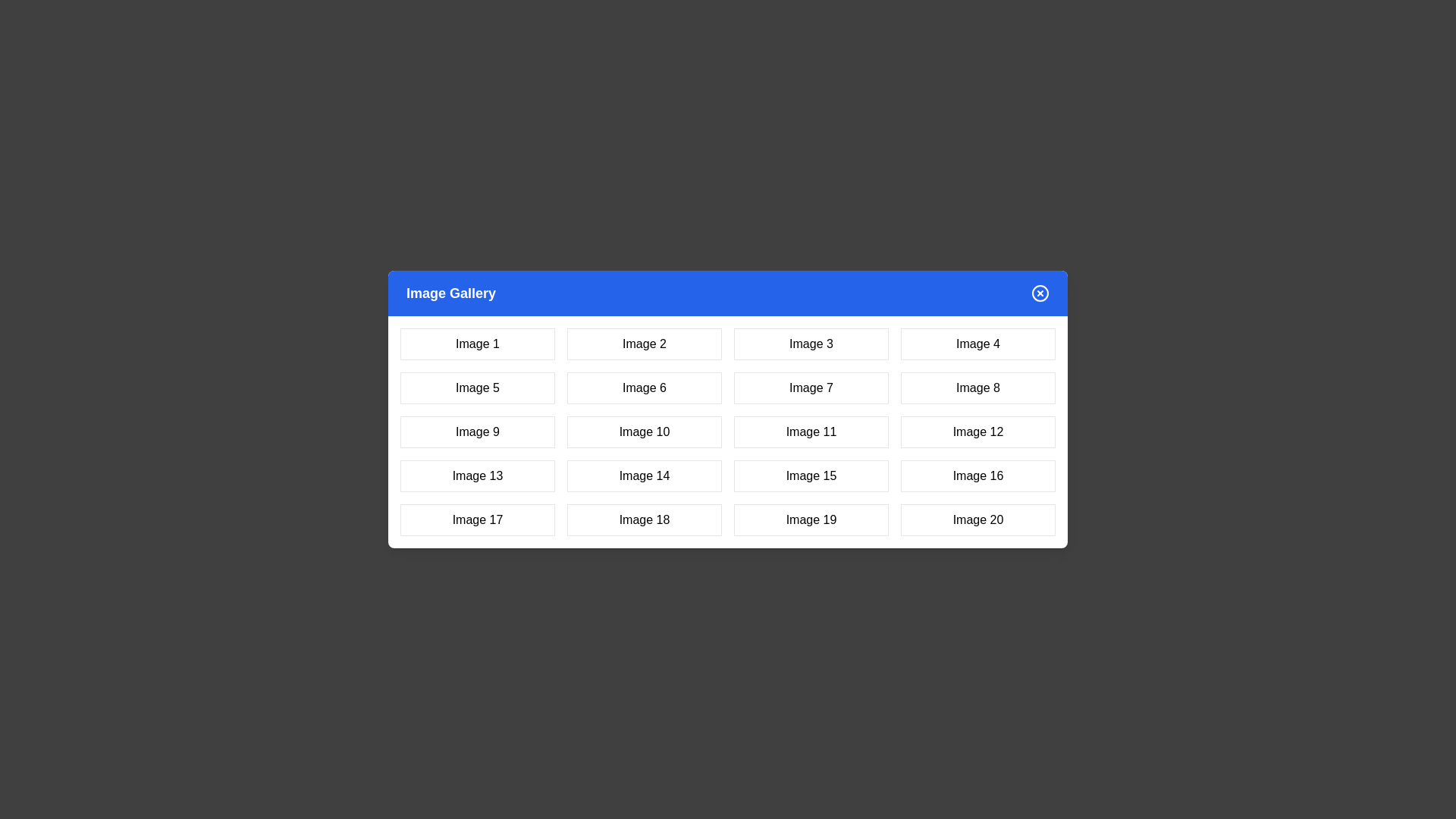 The image size is (1456, 819). Describe the element at coordinates (1040, 293) in the screenshot. I see `the close button to close the dialog` at that location.